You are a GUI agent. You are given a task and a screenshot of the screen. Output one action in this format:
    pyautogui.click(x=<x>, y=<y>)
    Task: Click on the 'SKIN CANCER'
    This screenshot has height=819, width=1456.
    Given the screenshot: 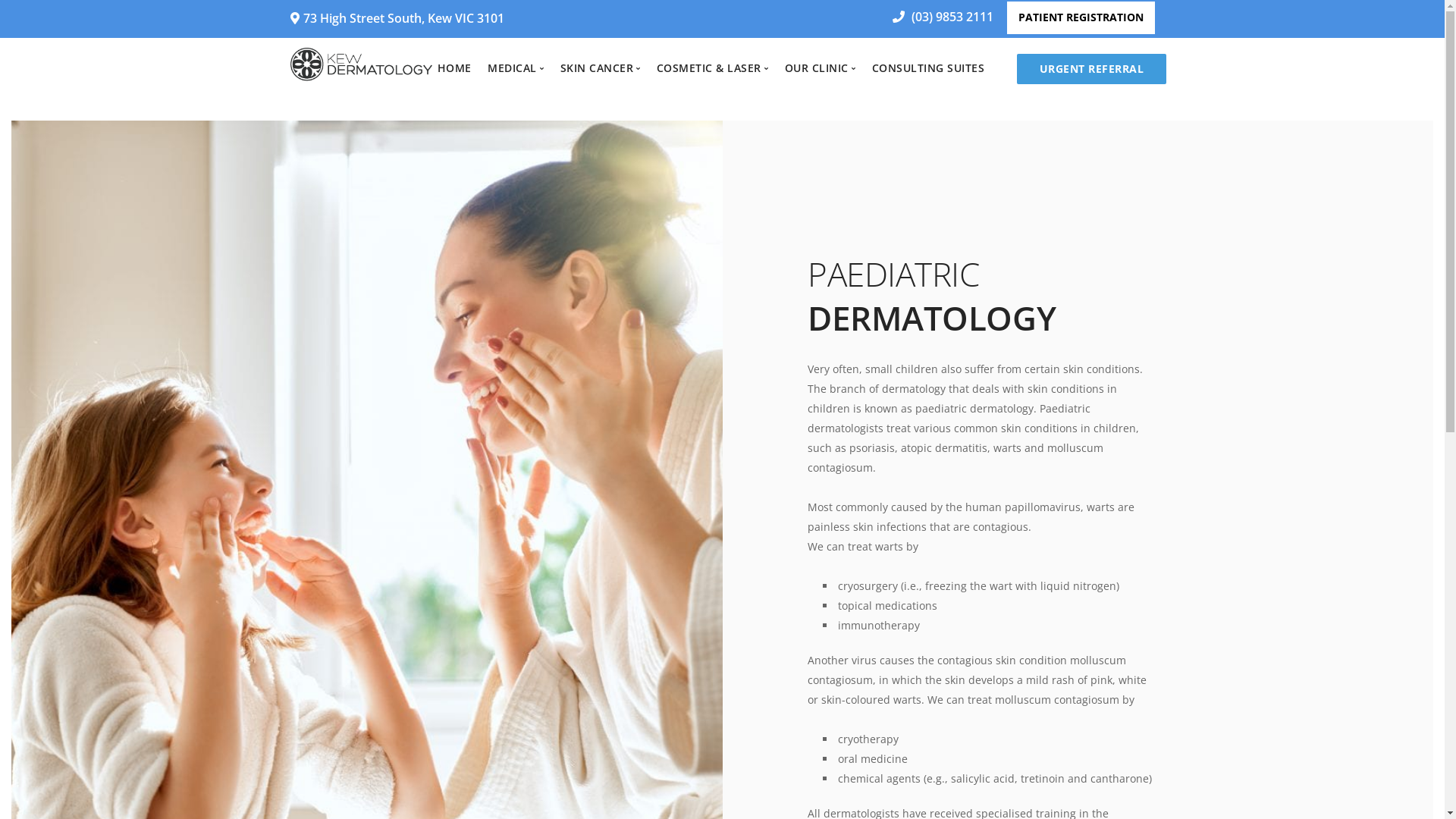 What is the action you would take?
    pyautogui.click(x=560, y=67)
    